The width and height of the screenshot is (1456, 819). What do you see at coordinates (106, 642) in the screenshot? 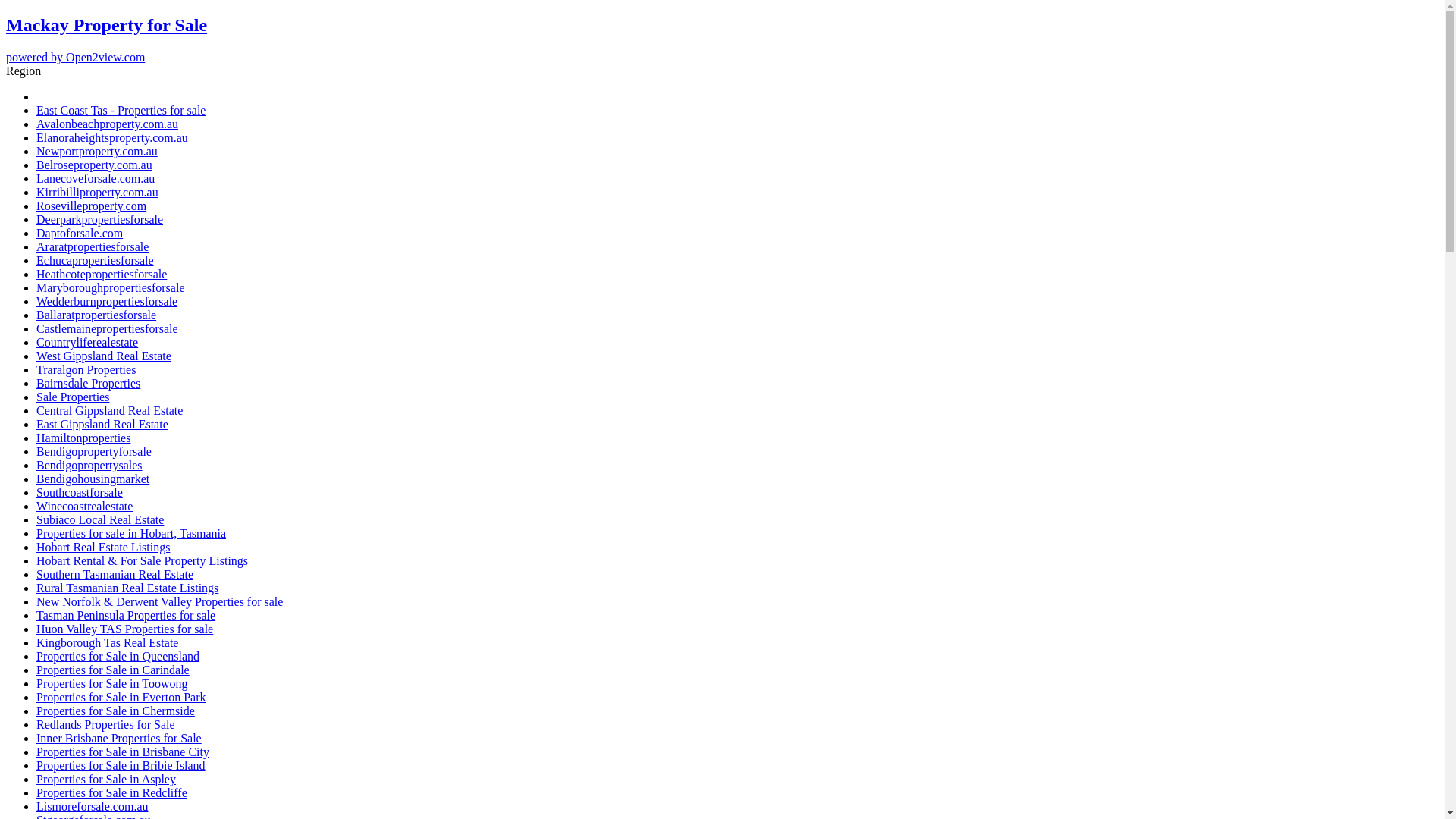
I see `'Kingborough Tas Real Estate'` at bounding box center [106, 642].